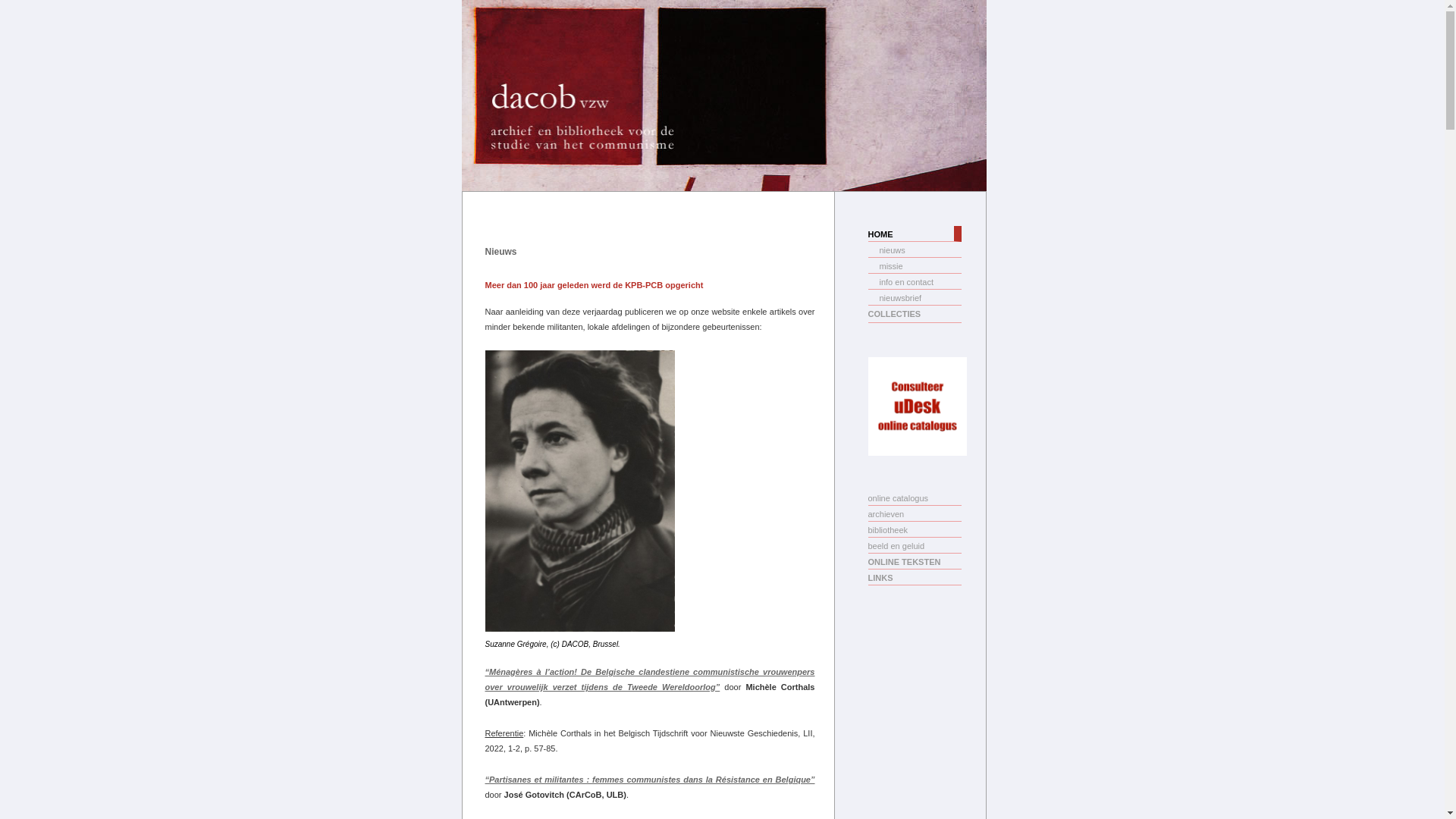 Image resolution: width=1456 pixels, height=819 pixels. What do you see at coordinates (867, 234) in the screenshot?
I see `'HOME'` at bounding box center [867, 234].